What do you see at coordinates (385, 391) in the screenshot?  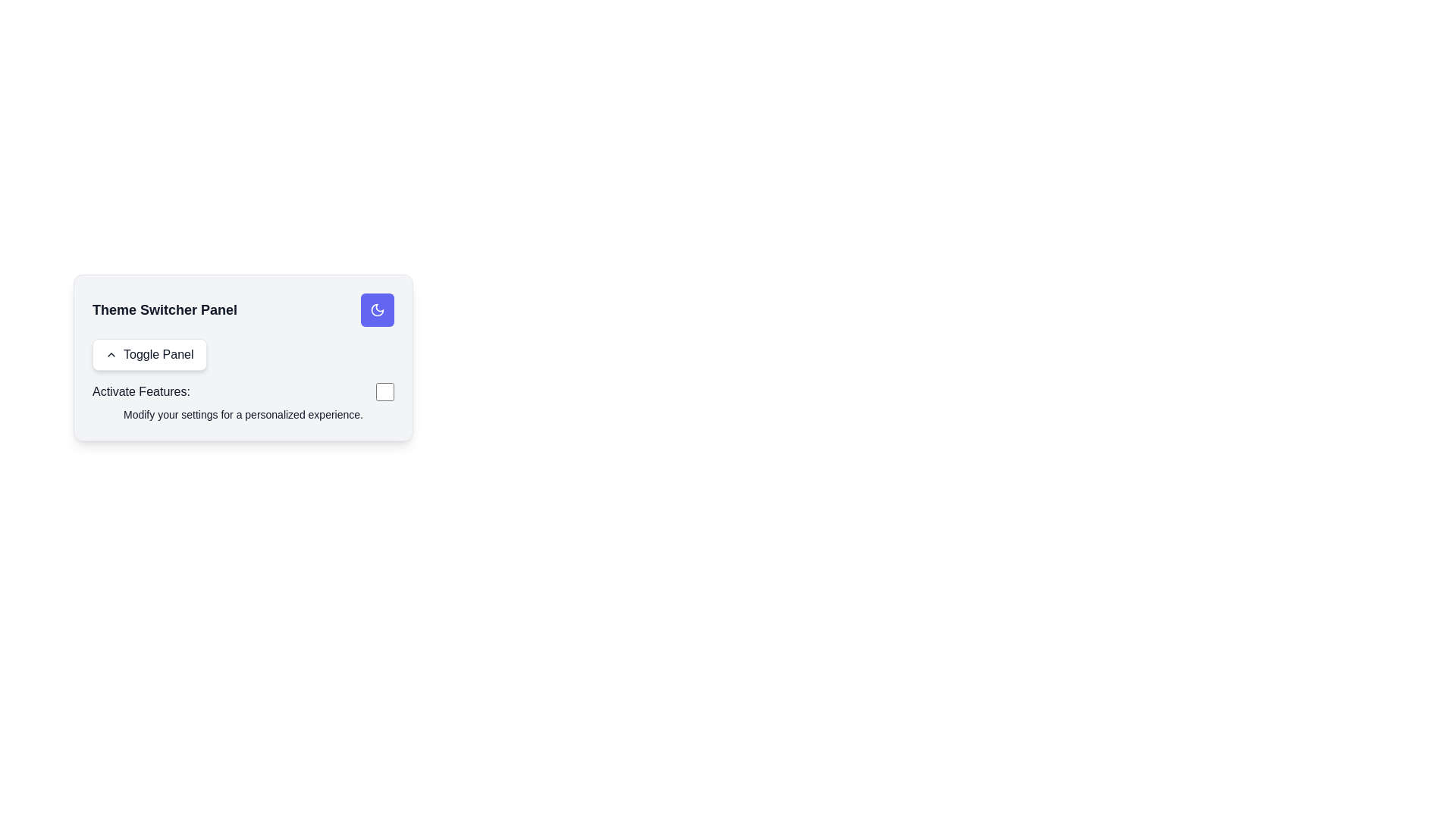 I see `the checkbox to the right of the label 'Activate Features:' in the 'Theme Switcher Panel'` at bounding box center [385, 391].